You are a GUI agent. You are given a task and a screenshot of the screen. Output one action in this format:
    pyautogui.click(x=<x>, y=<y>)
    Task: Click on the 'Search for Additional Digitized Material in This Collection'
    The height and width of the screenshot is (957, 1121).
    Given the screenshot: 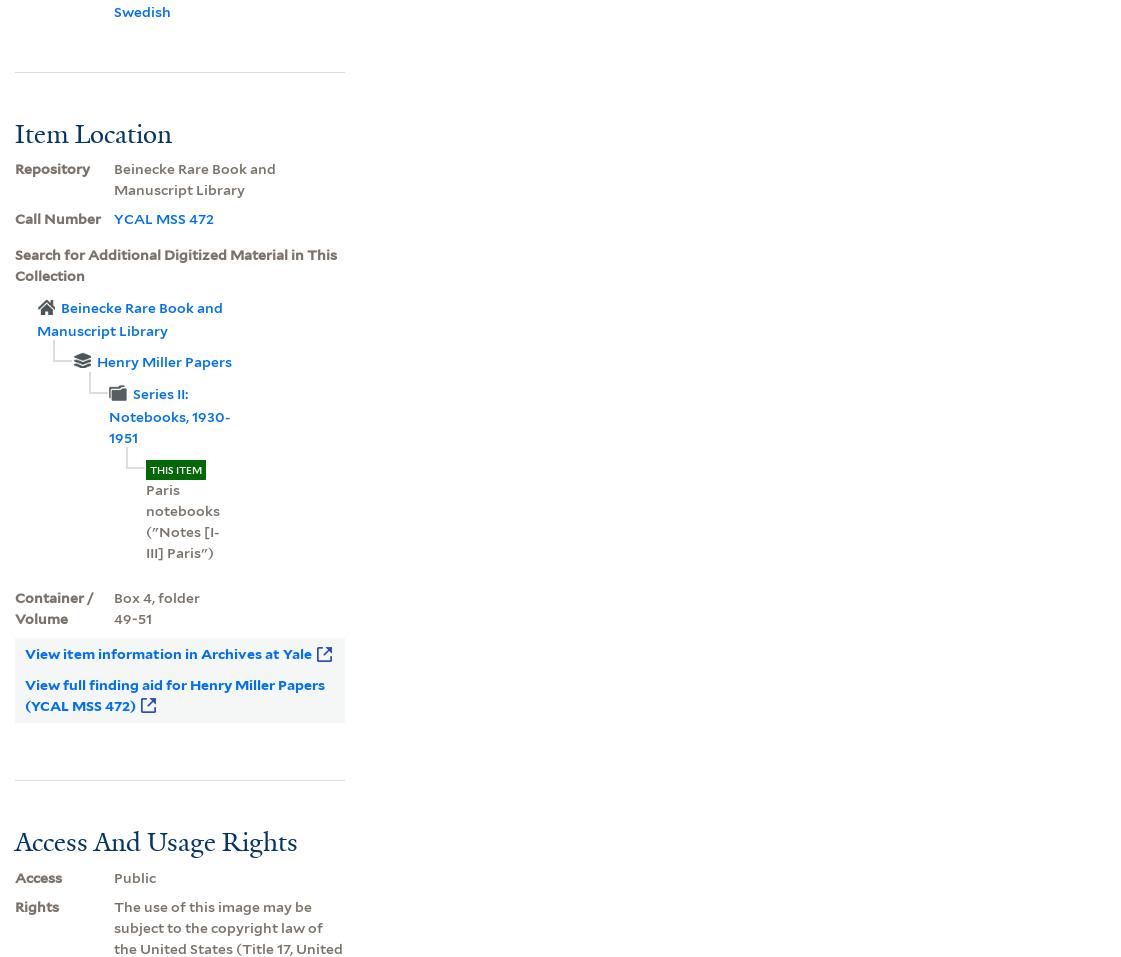 What is the action you would take?
    pyautogui.click(x=174, y=263)
    